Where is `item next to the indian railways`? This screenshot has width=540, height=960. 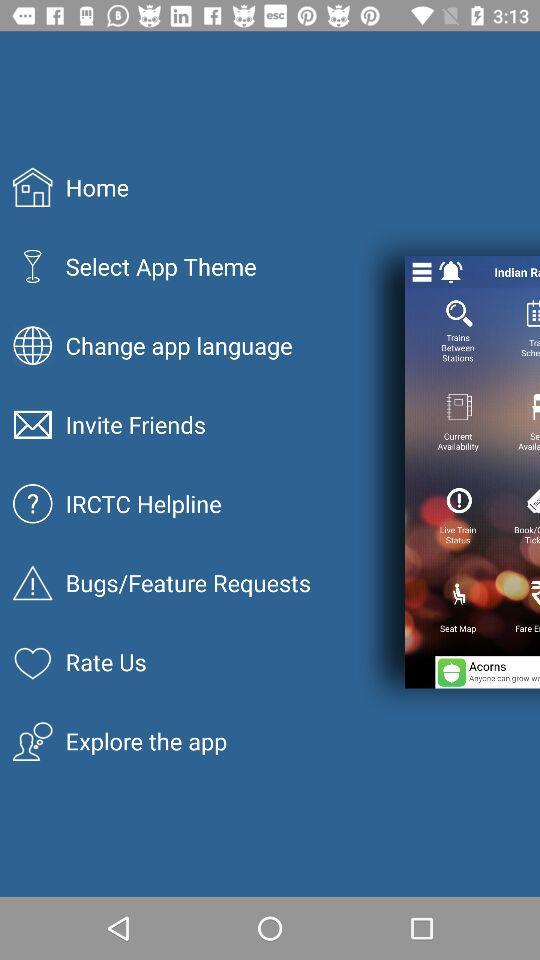 item next to the indian railways is located at coordinates (451, 271).